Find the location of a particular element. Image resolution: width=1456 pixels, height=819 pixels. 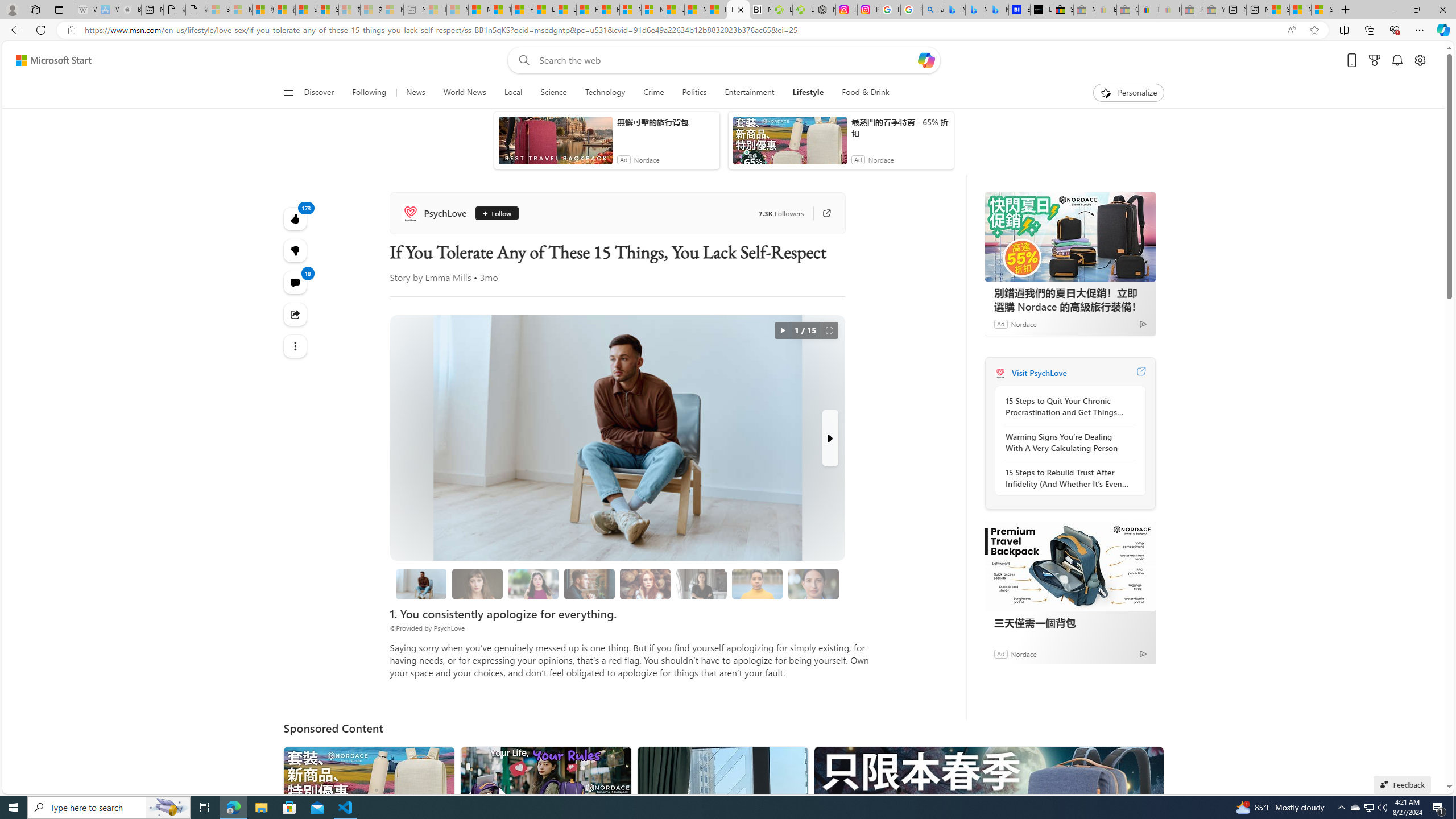

'Notifications' is located at coordinates (1397, 60).